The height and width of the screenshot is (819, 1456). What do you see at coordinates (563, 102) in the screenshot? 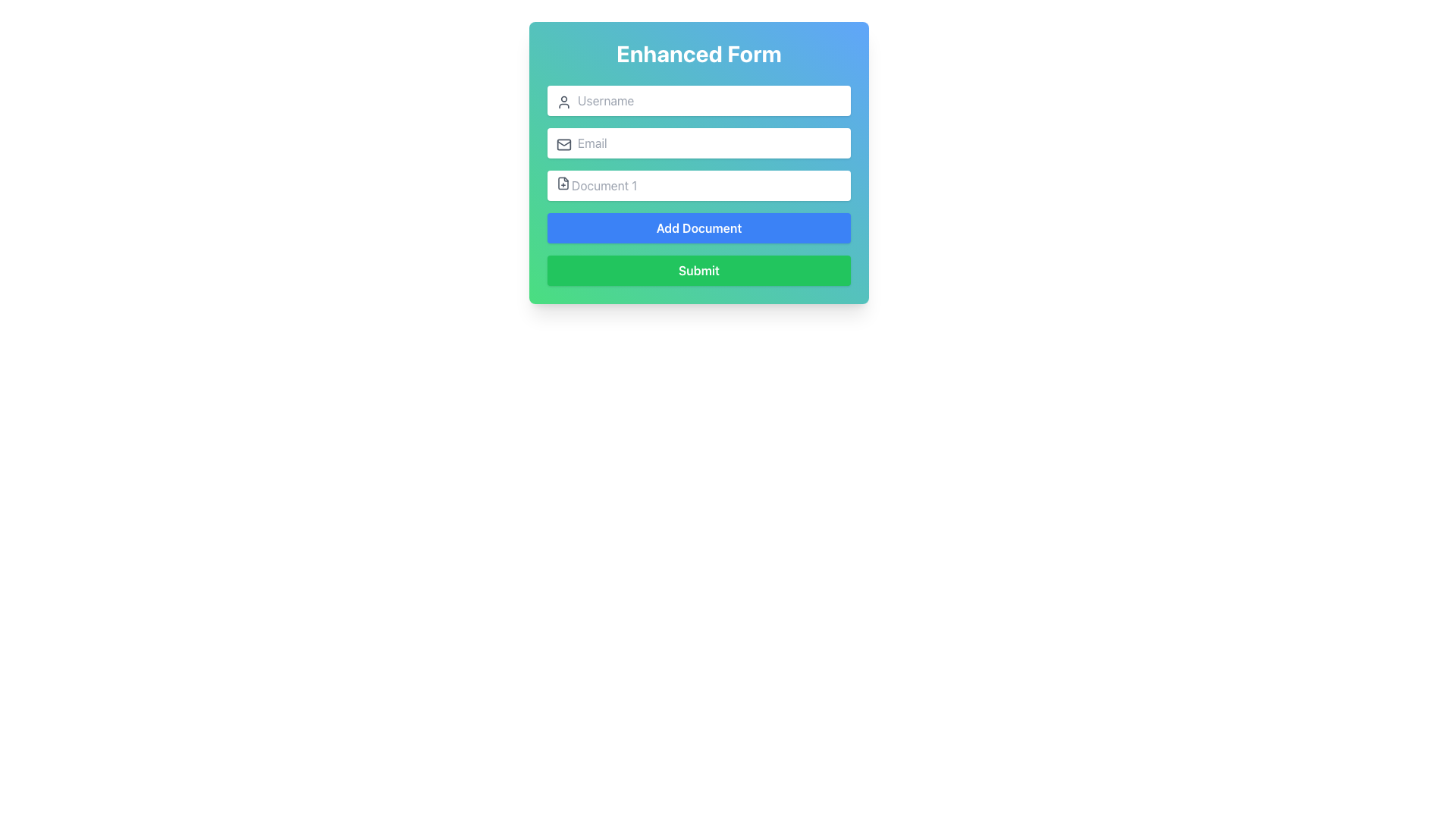
I see `the user silhouette icon located at the far-left side of the 'Username' input field` at bounding box center [563, 102].